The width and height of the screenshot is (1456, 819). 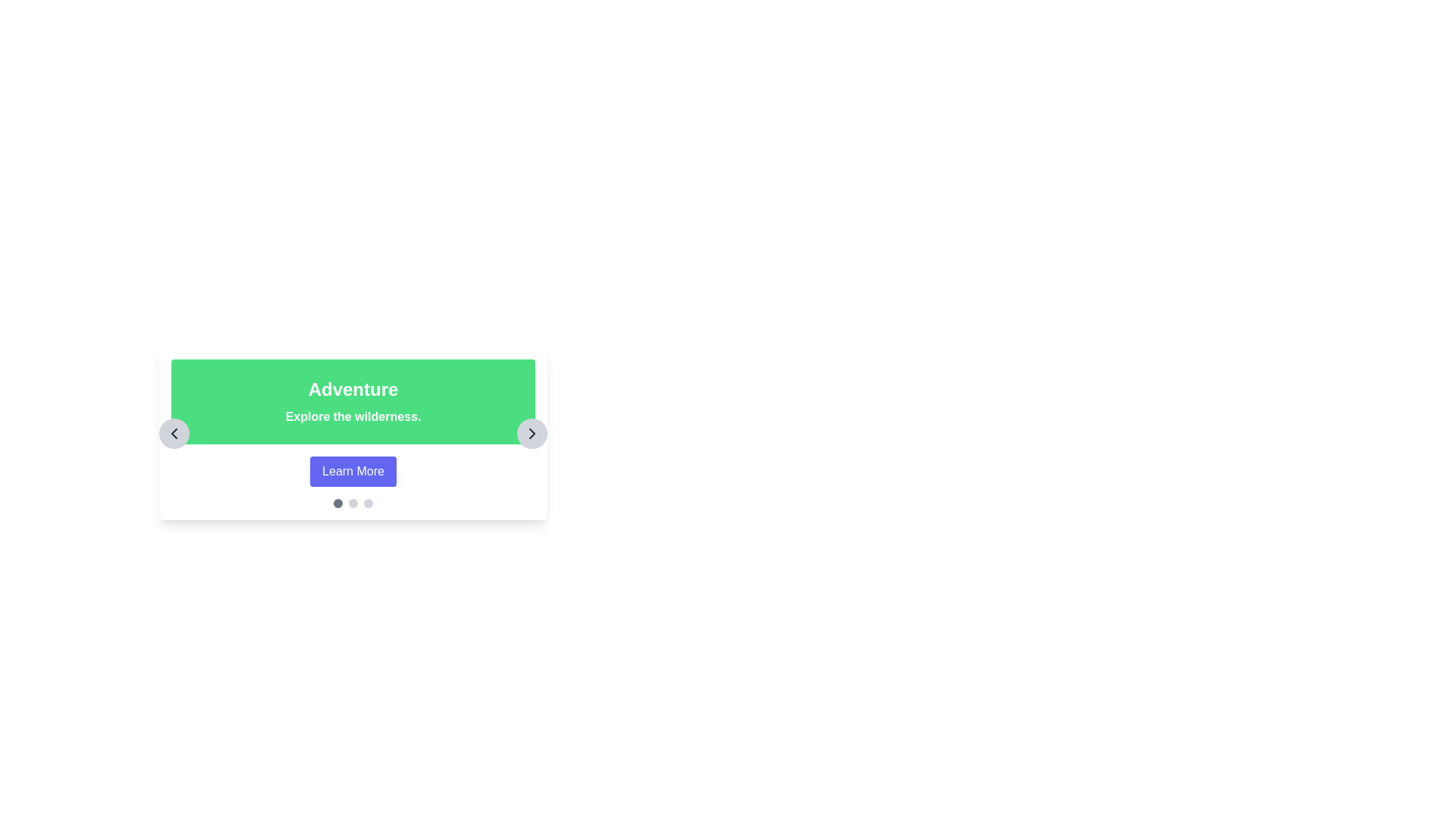 I want to click on the central lighter gray circle of the Page indicator (dot-style), so click(x=352, y=503).